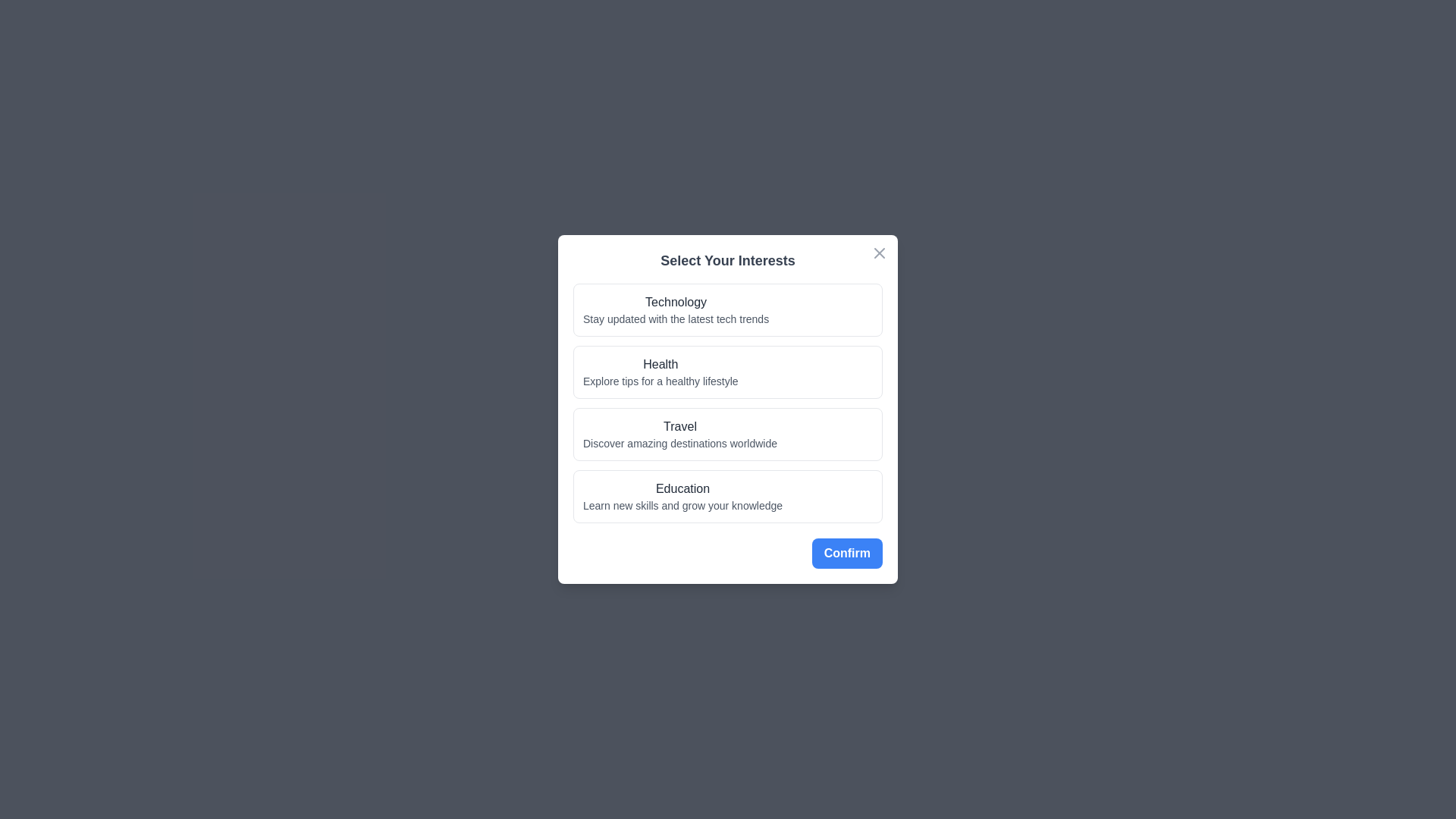  I want to click on close button located at the top-right corner of the dialog to dismiss it, so click(880, 253).